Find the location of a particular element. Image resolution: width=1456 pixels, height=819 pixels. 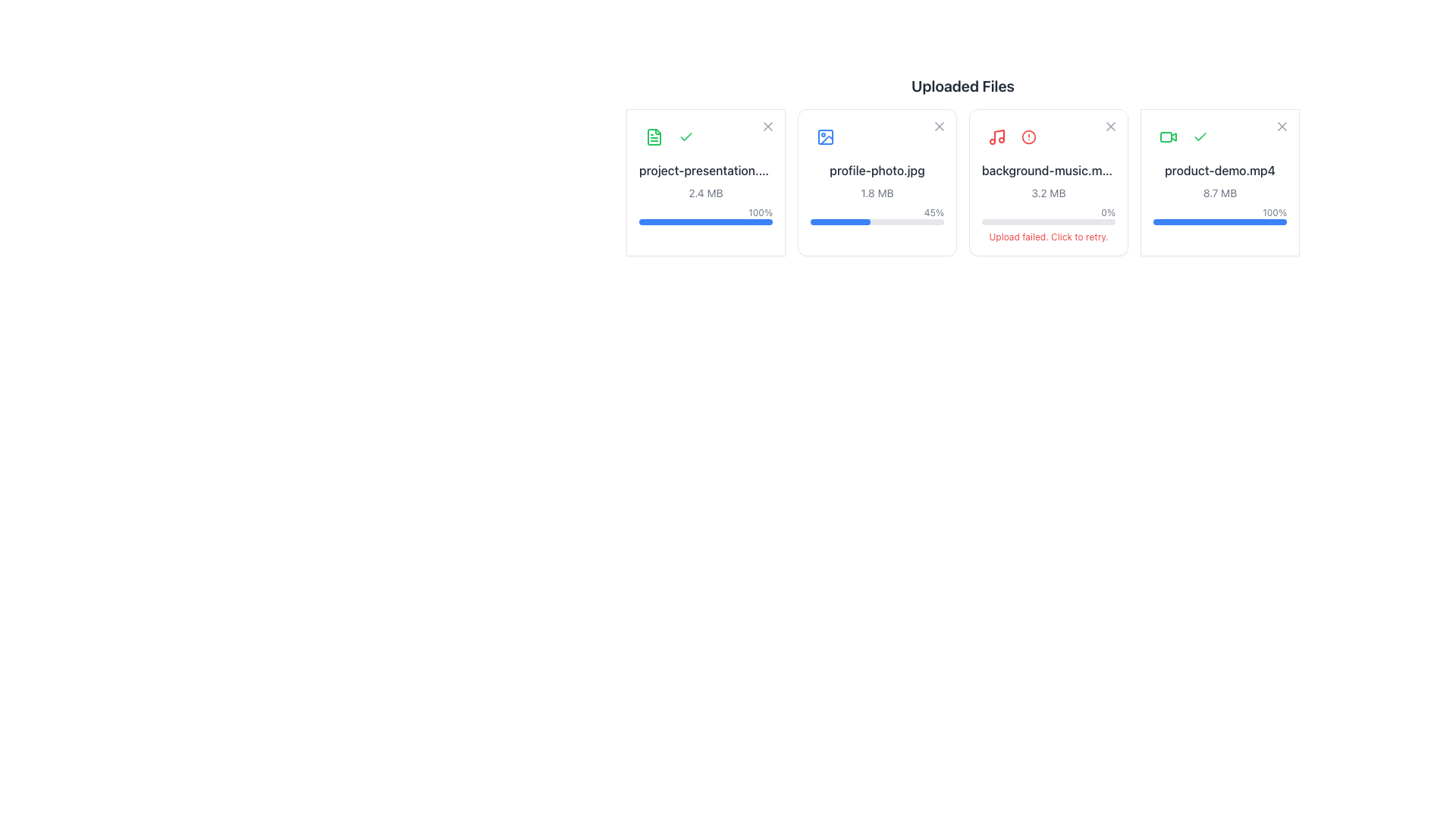

the 'X' SVG graphic element representing a close button located in the top-right corner of the UI panel is located at coordinates (1281, 125).